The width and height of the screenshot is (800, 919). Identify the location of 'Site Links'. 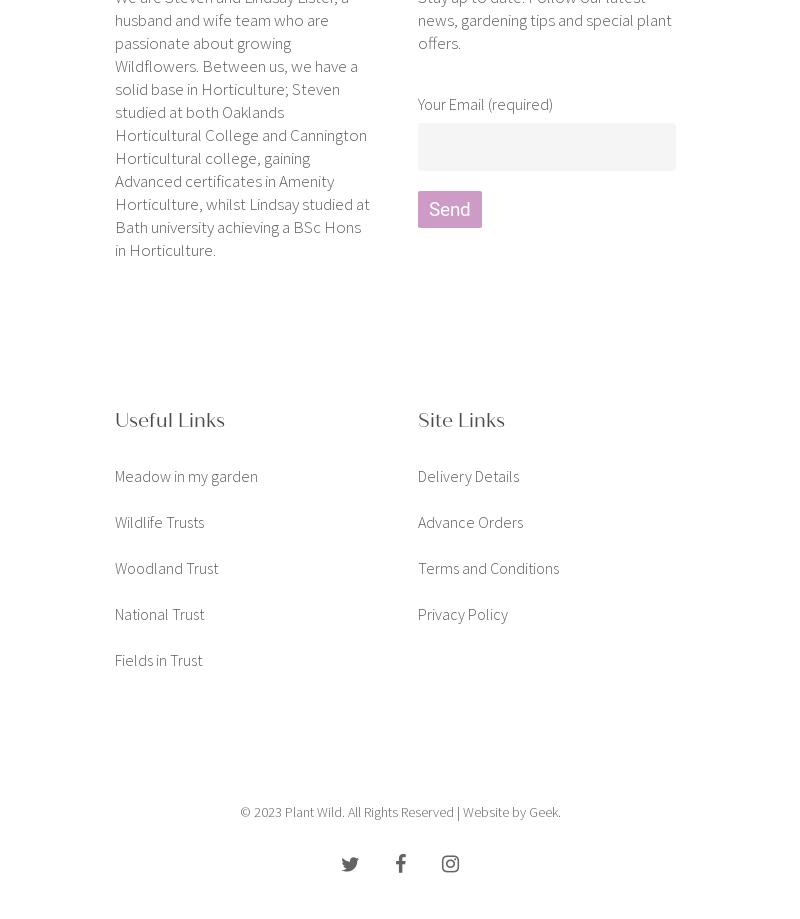
(460, 419).